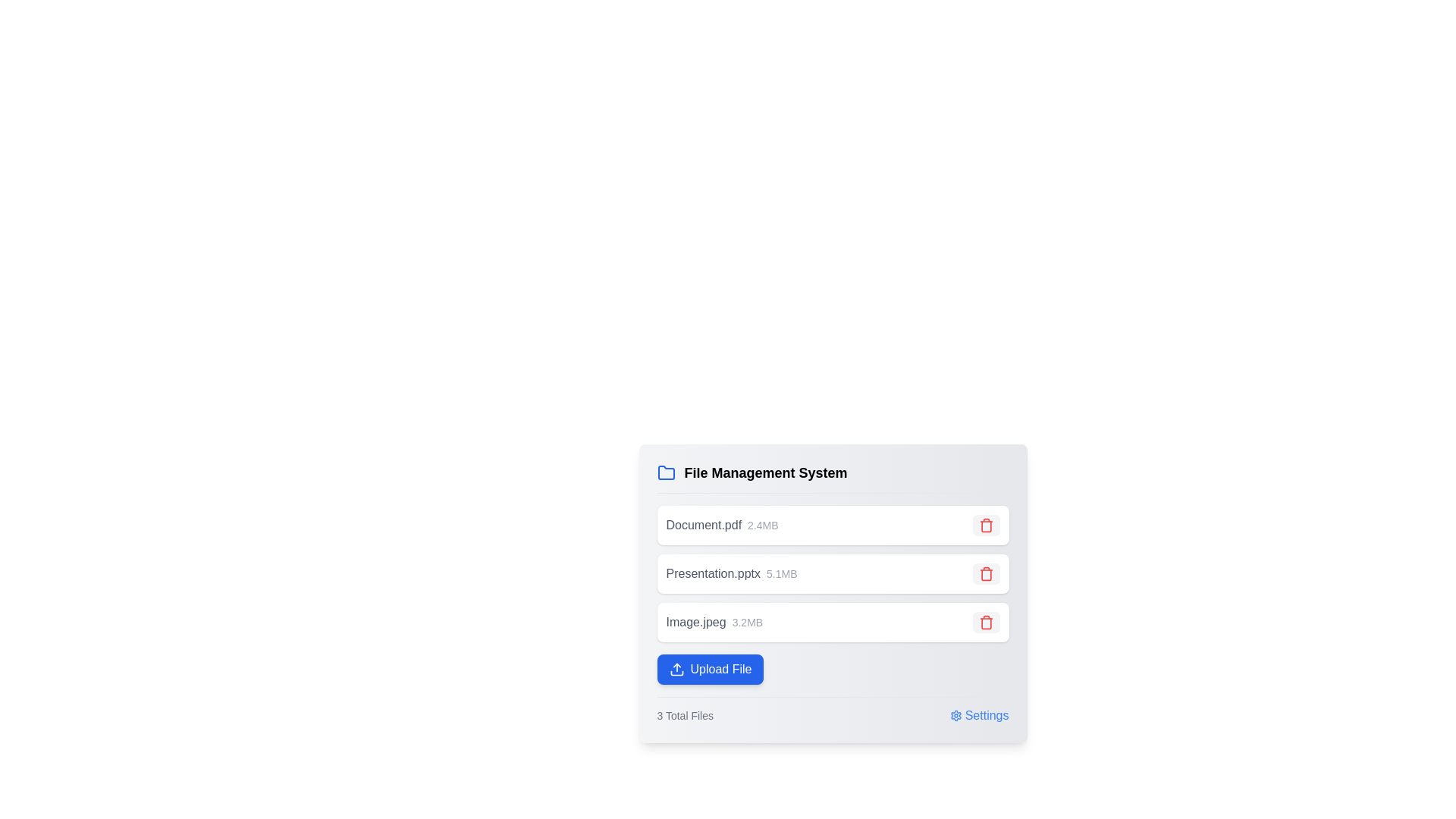 The image size is (1456, 819). I want to click on the static text label displaying '3 Total Files', which is a small, gray text located at the bottom left of the main content area, so click(684, 716).